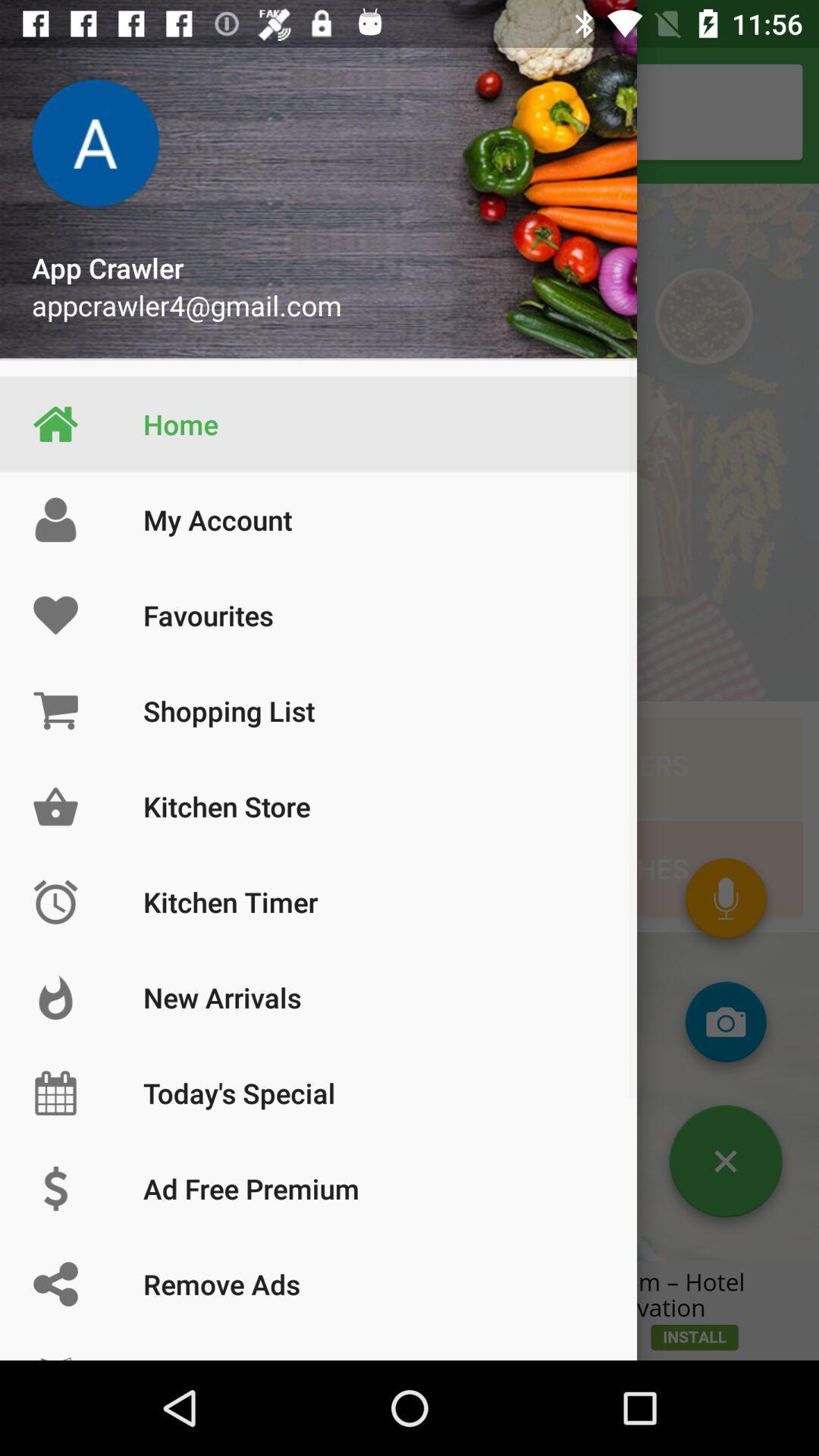 Image resolution: width=819 pixels, height=1456 pixels. I want to click on the symbol which is left side of todays special, so click(55, 1093).